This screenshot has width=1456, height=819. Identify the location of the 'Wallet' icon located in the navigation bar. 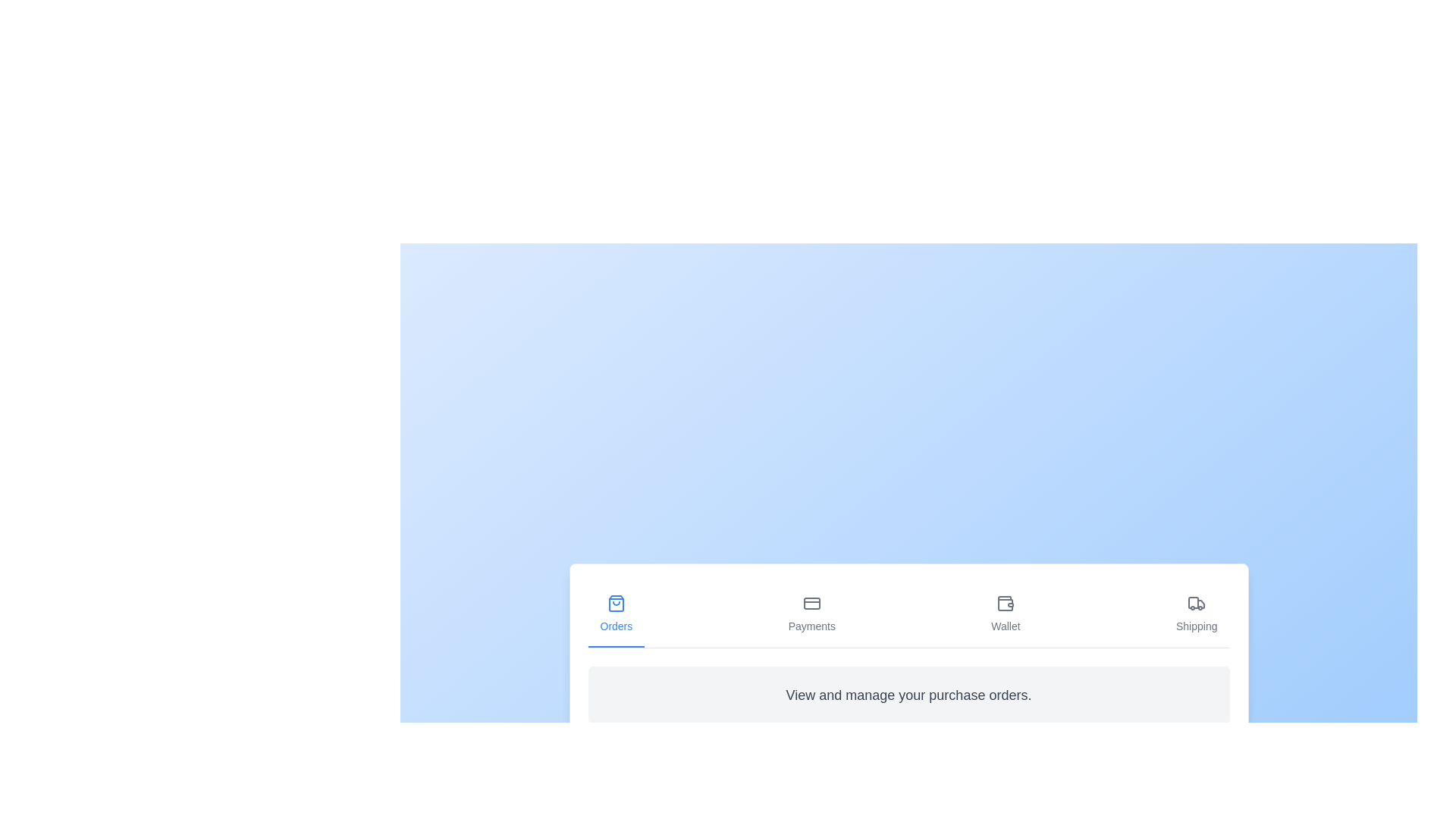
(1006, 602).